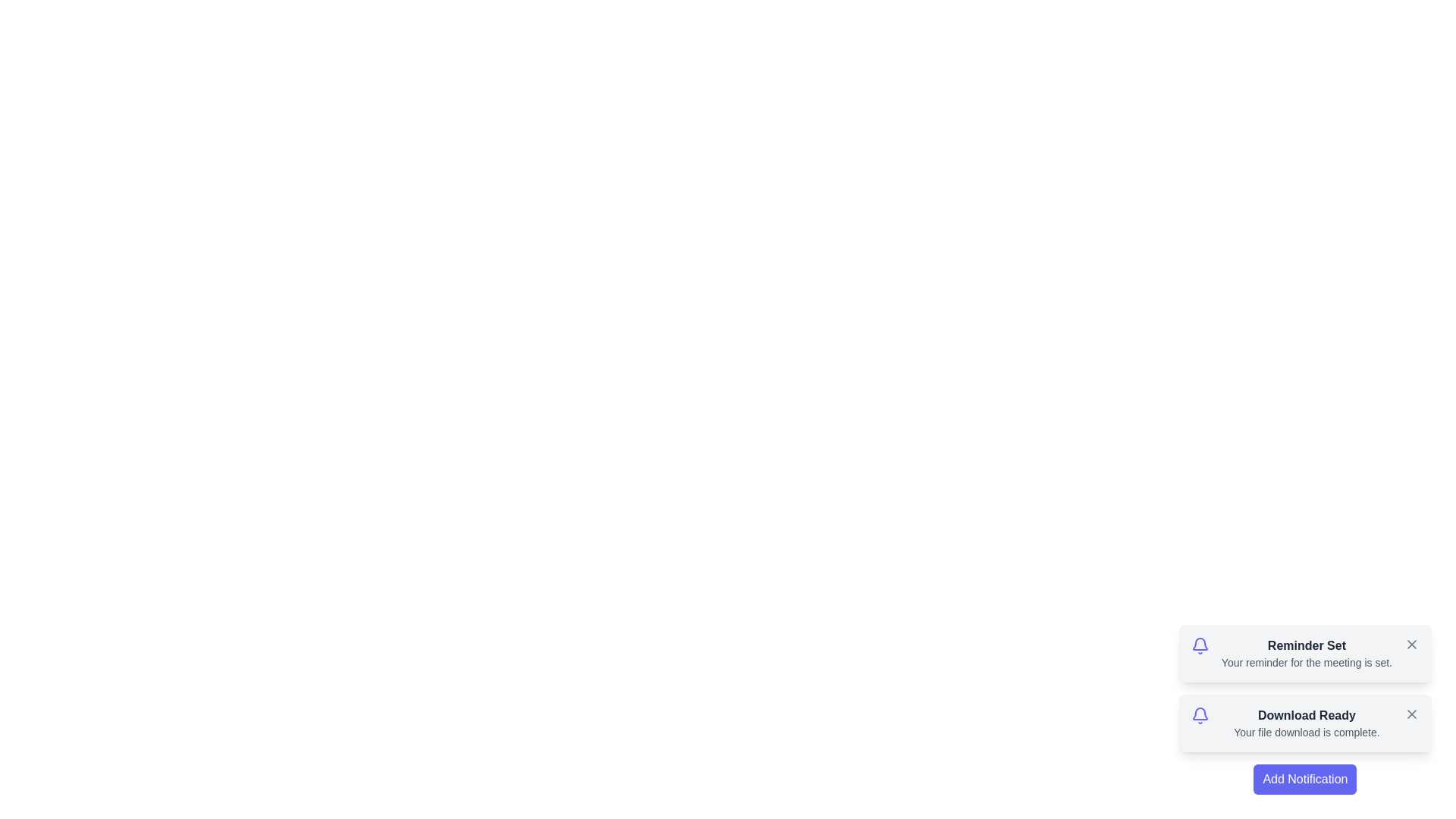 The height and width of the screenshot is (819, 1456). Describe the element at coordinates (1199, 646) in the screenshot. I see `the indigo reminder notification icon located at the leftmost position within the notification card at the top` at that location.